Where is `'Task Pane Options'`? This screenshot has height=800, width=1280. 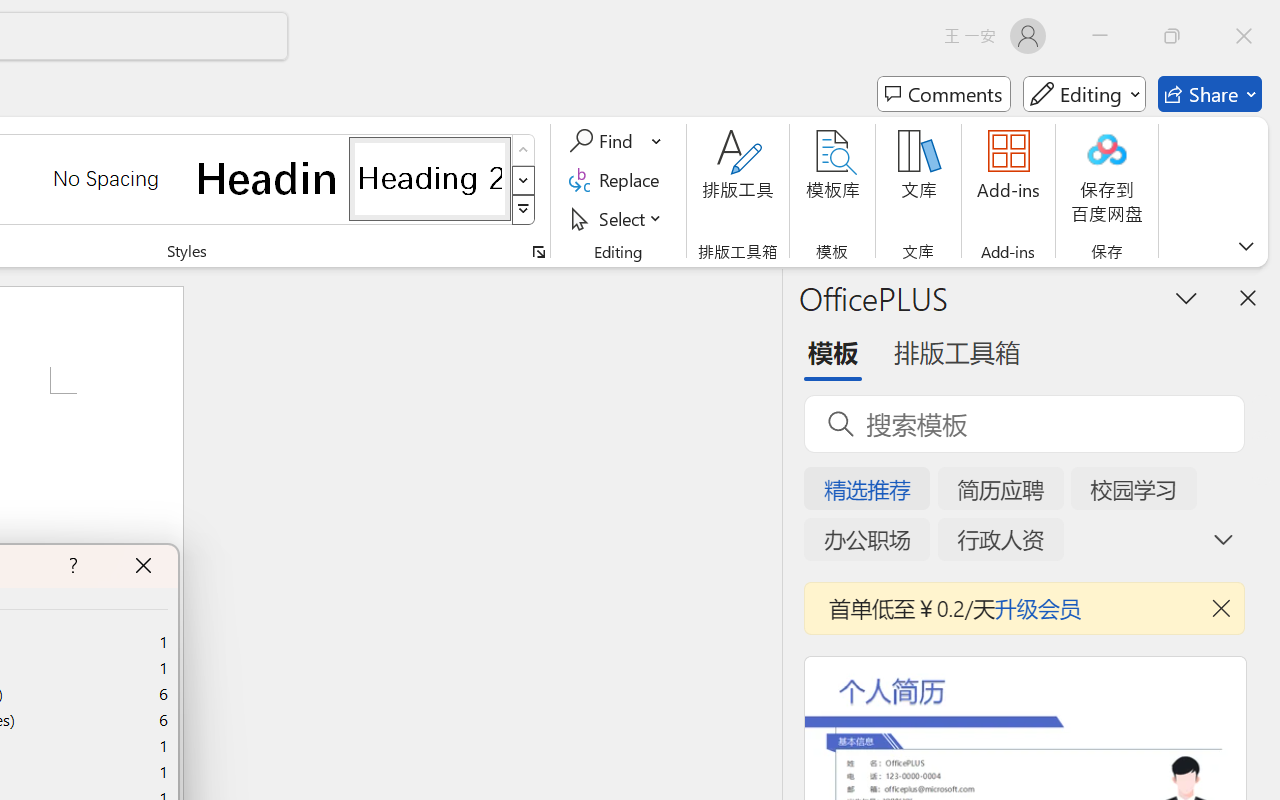
'Task Pane Options' is located at coordinates (1187, 297).